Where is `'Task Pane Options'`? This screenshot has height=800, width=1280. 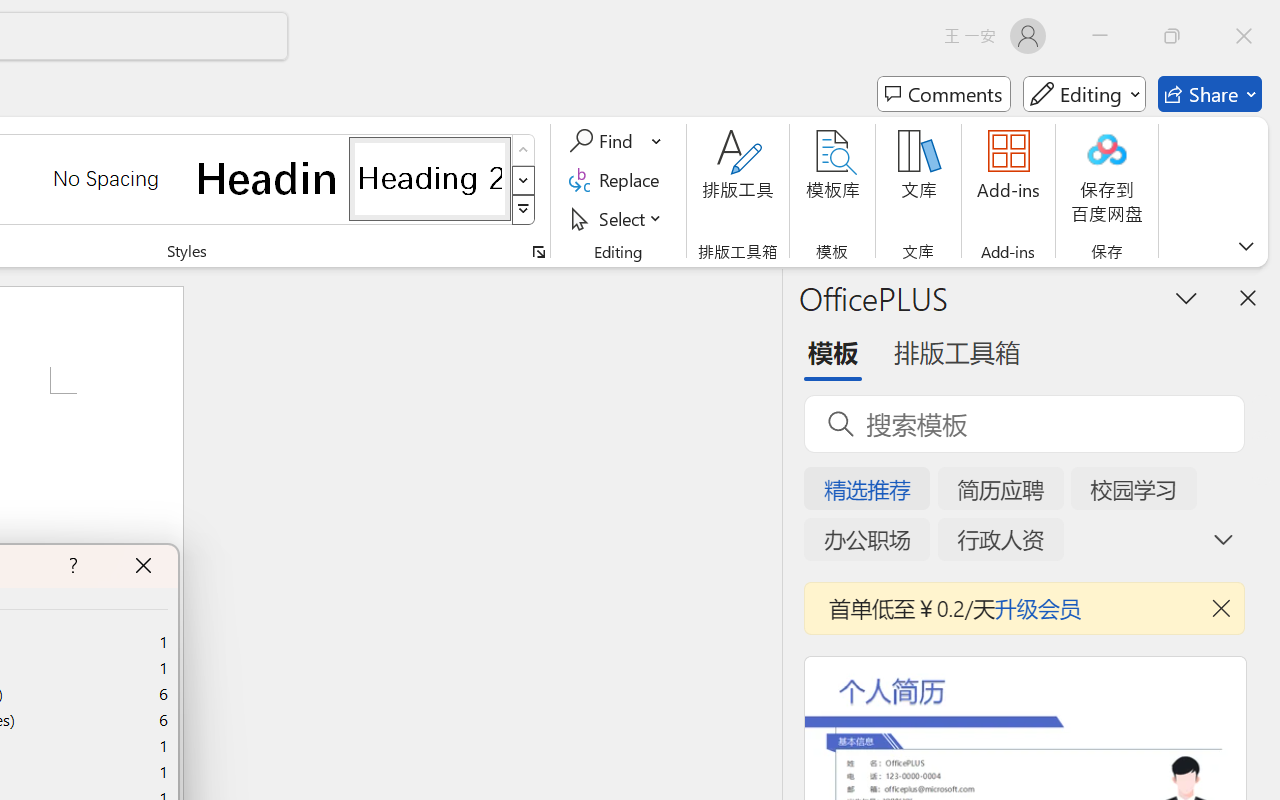
'Task Pane Options' is located at coordinates (1187, 297).